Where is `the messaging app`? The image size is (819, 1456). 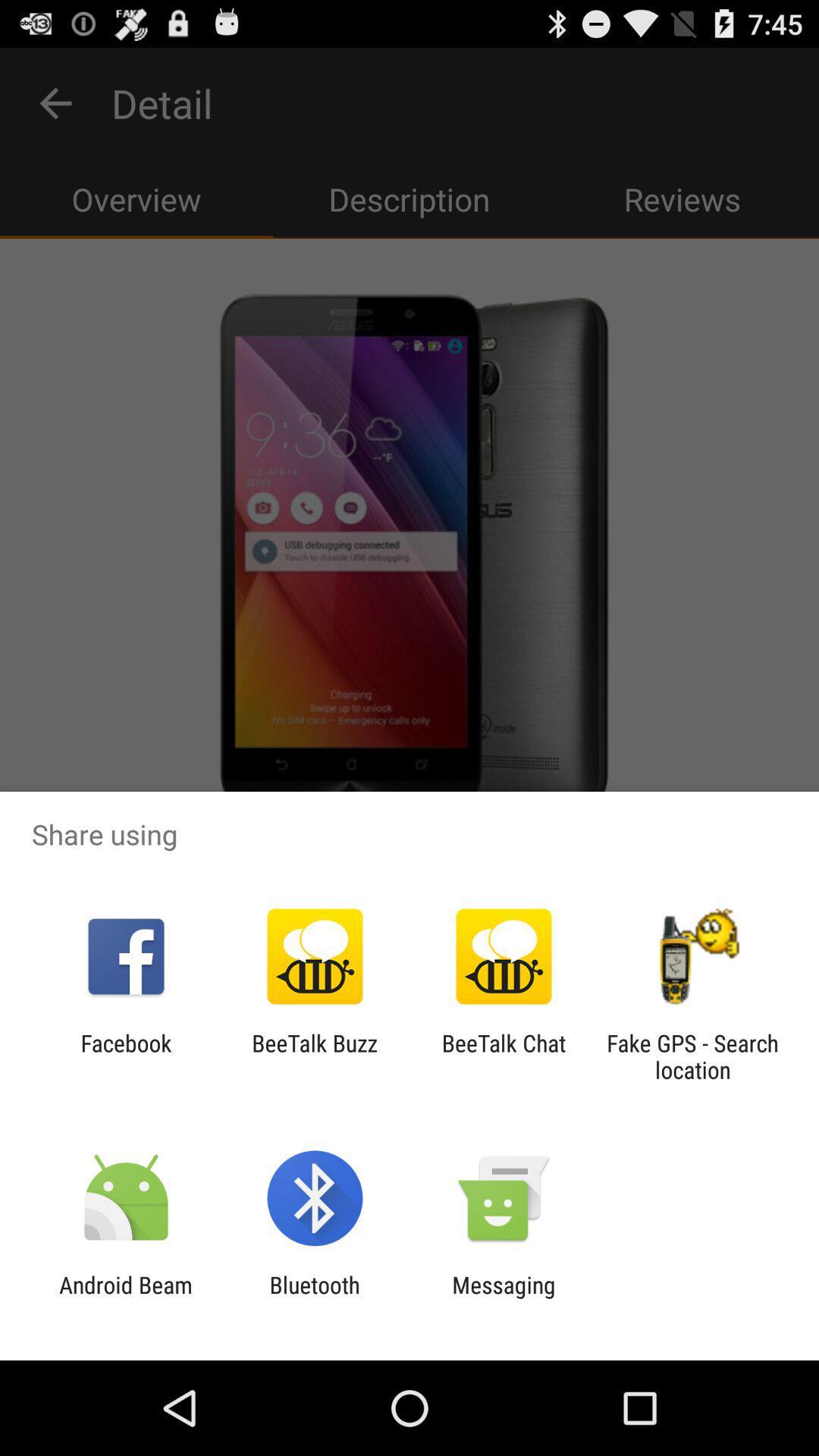
the messaging app is located at coordinates (504, 1298).